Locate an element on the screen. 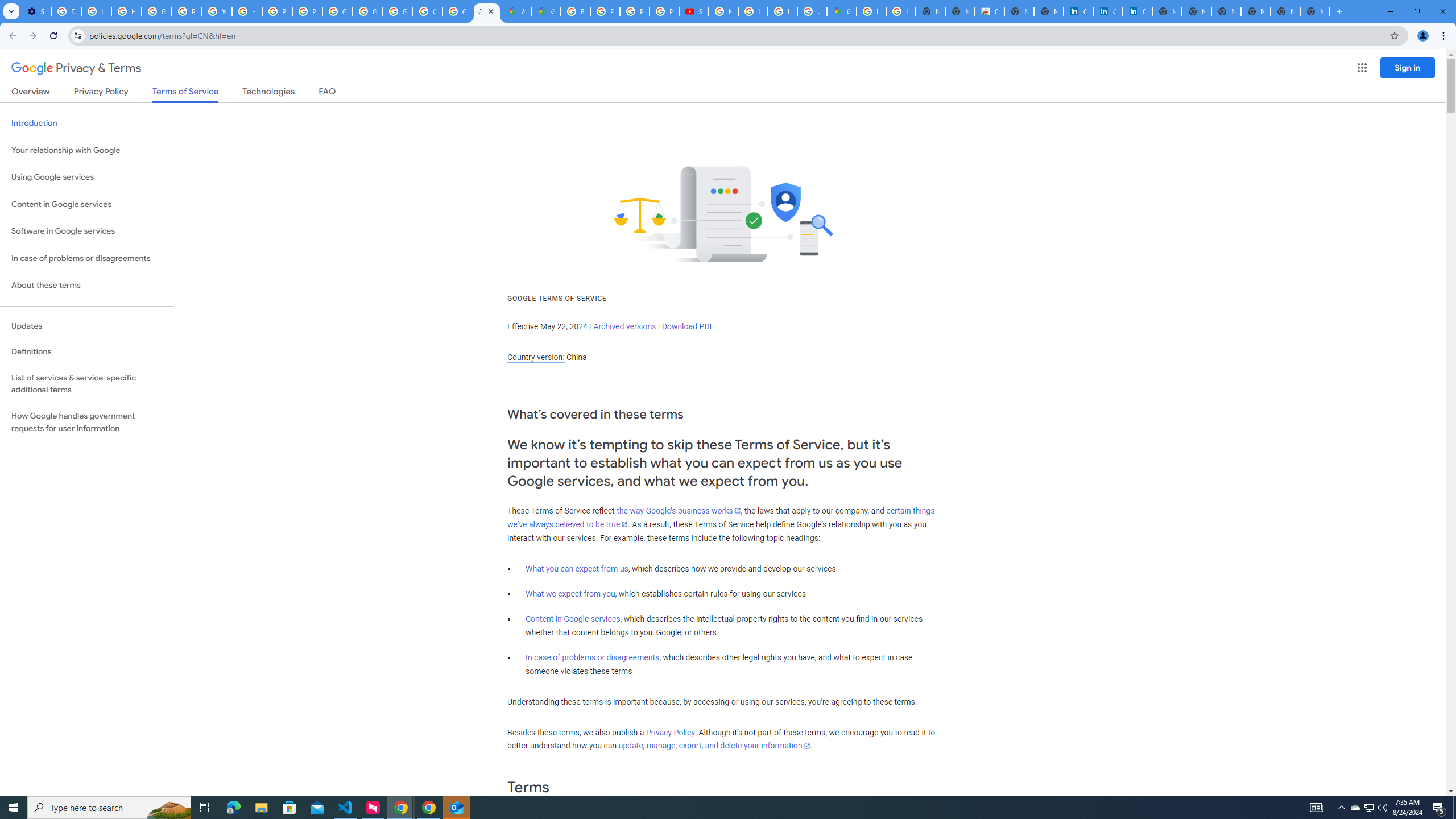 This screenshot has width=1456, height=819. 'update, manage, export, and delete your information' is located at coordinates (714, 745).